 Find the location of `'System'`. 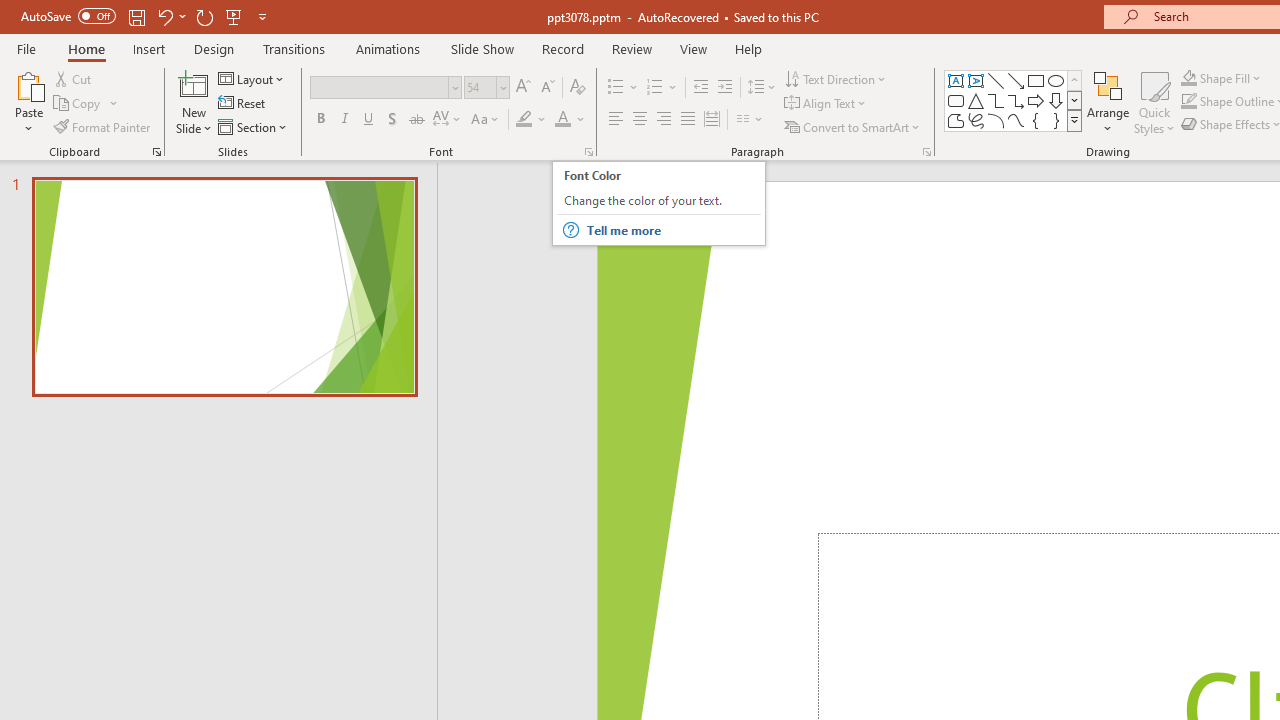

'System' is located at coordinates (10, 11).